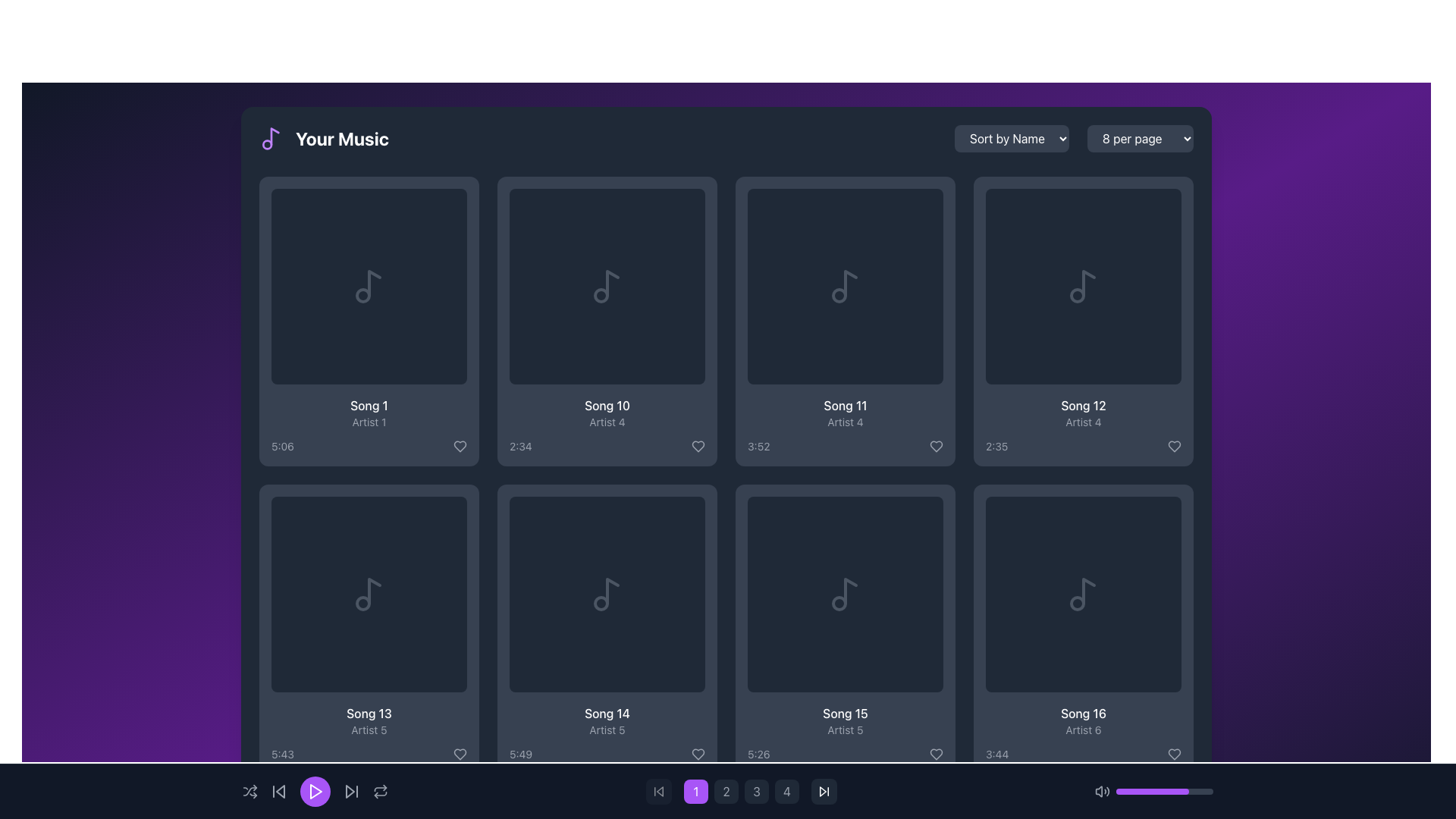  Describe the element at coordinates (607, 730) in the screenshot. I see `the text label displaying 'Artist 5', which is located below the song title 'Song 14' and above the duration '5:49'` at that location.